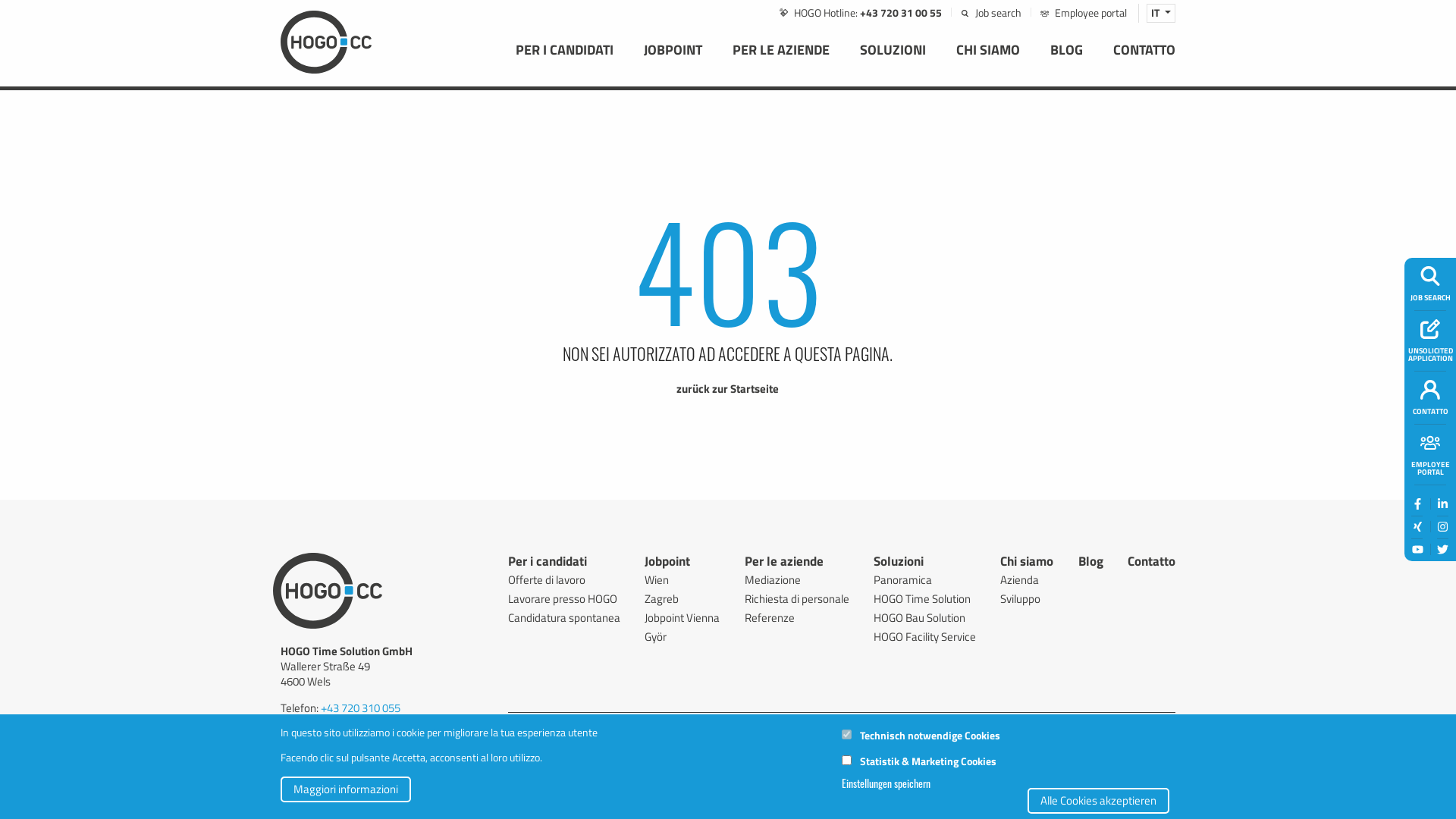 The image size is (1456, 819). What do you see at coordinates (563, 617) in the screenshot?
I see `'Candidatura spontanea'` at bounding box center [563, 617].